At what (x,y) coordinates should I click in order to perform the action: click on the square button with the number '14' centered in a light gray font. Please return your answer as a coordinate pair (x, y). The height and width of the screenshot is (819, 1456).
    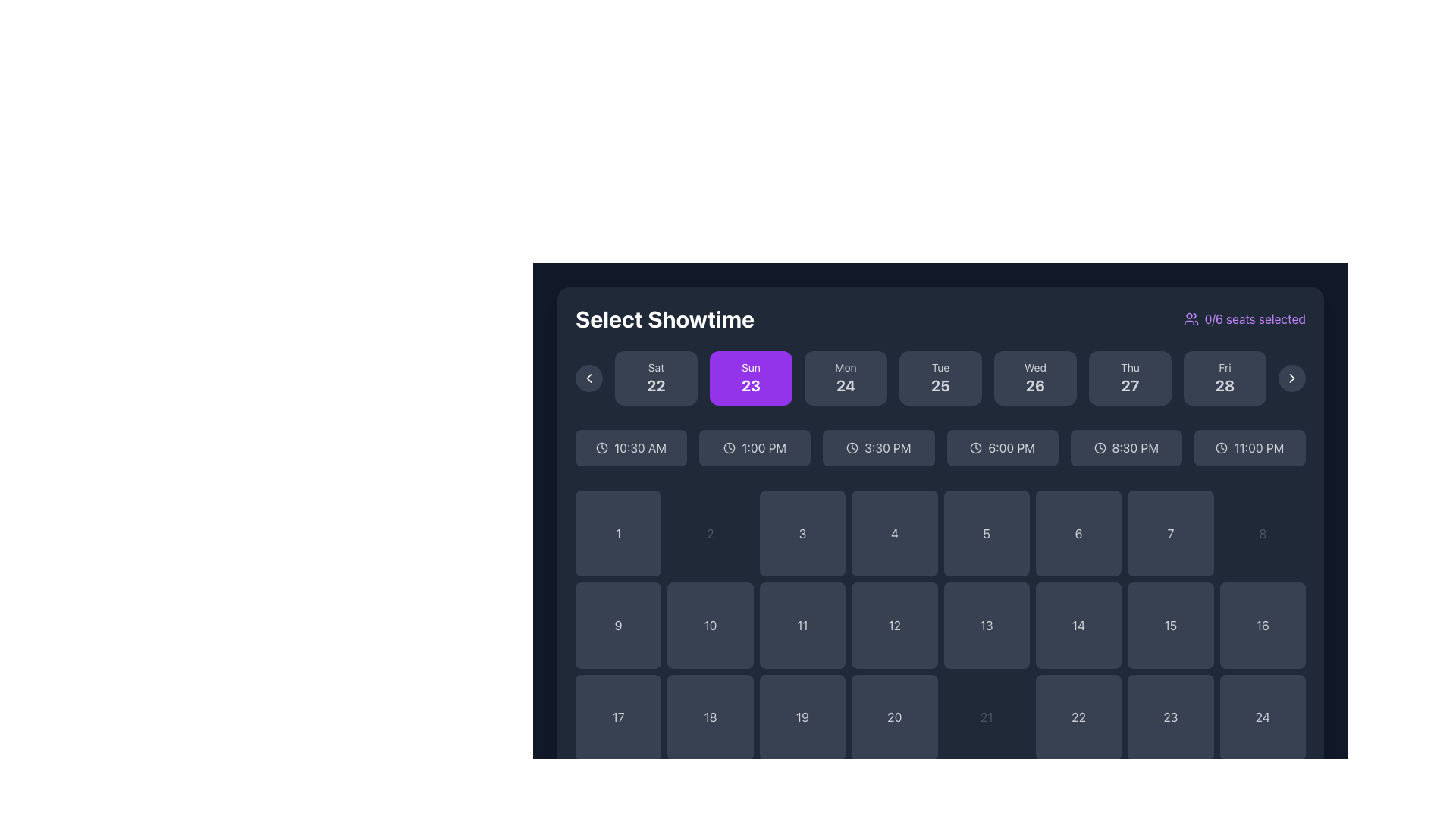
    Looking at the image, I should click on (1078, 626).